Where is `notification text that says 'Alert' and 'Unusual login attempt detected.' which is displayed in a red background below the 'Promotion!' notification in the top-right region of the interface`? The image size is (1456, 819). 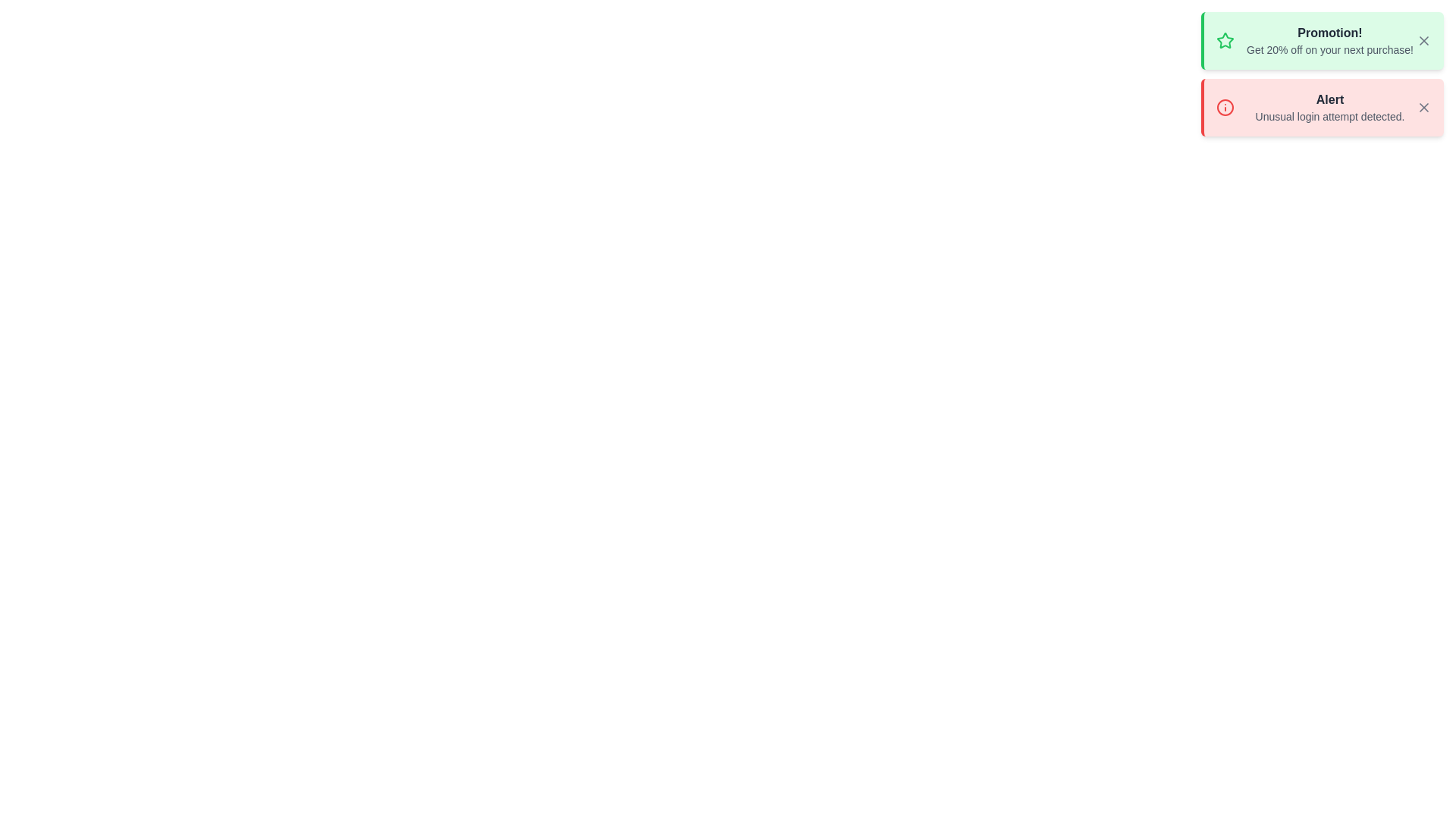 notification text that says 'Alert' and 'Unusual login attempt detected.' which is displayed in a red background below the 'Promotion!' notification in the top-right region of the interface is located at coordinates (1329, 107).